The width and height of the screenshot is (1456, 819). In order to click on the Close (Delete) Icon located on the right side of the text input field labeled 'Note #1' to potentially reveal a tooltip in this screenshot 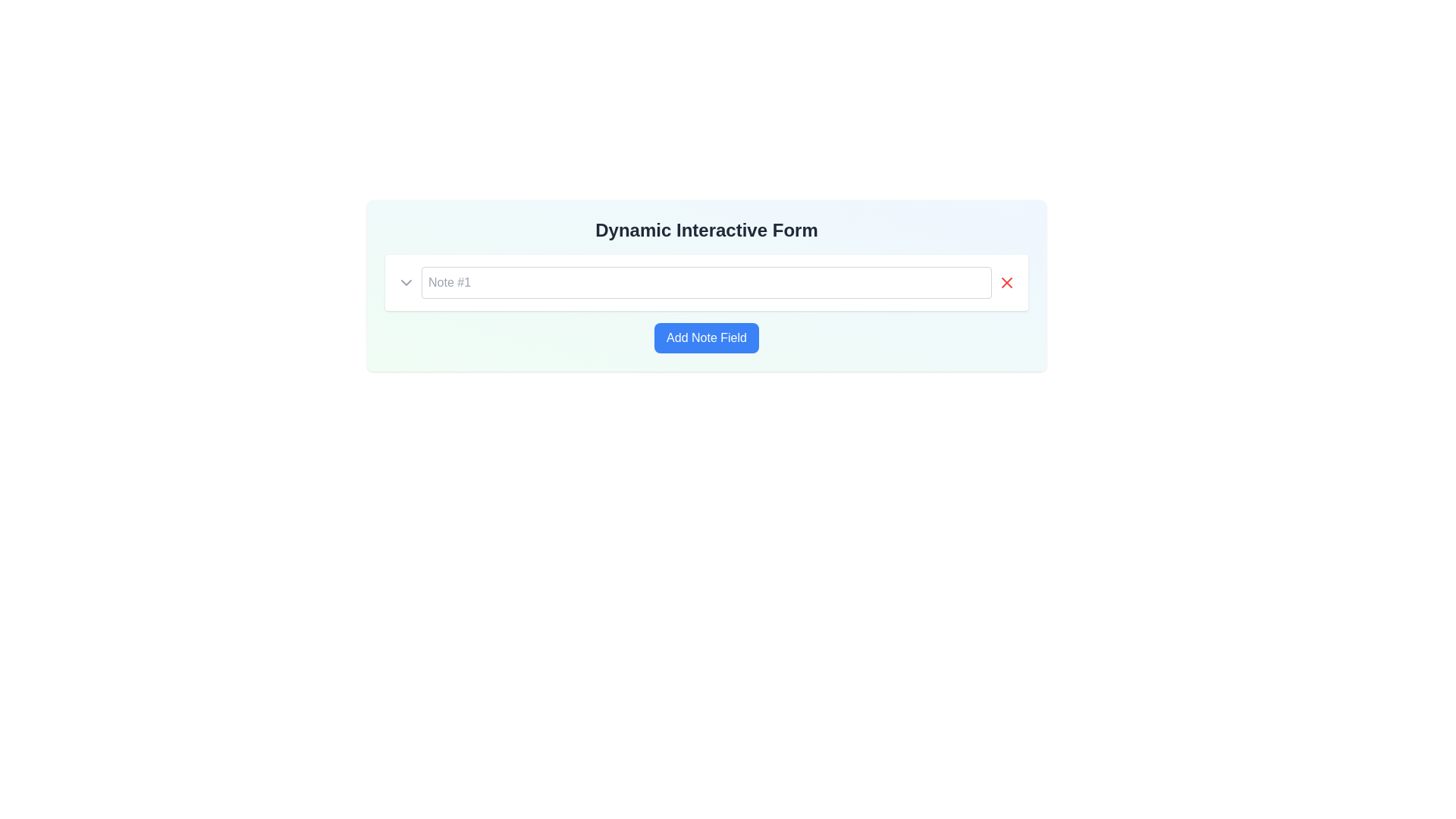, I will do `click(1007, 283)`.